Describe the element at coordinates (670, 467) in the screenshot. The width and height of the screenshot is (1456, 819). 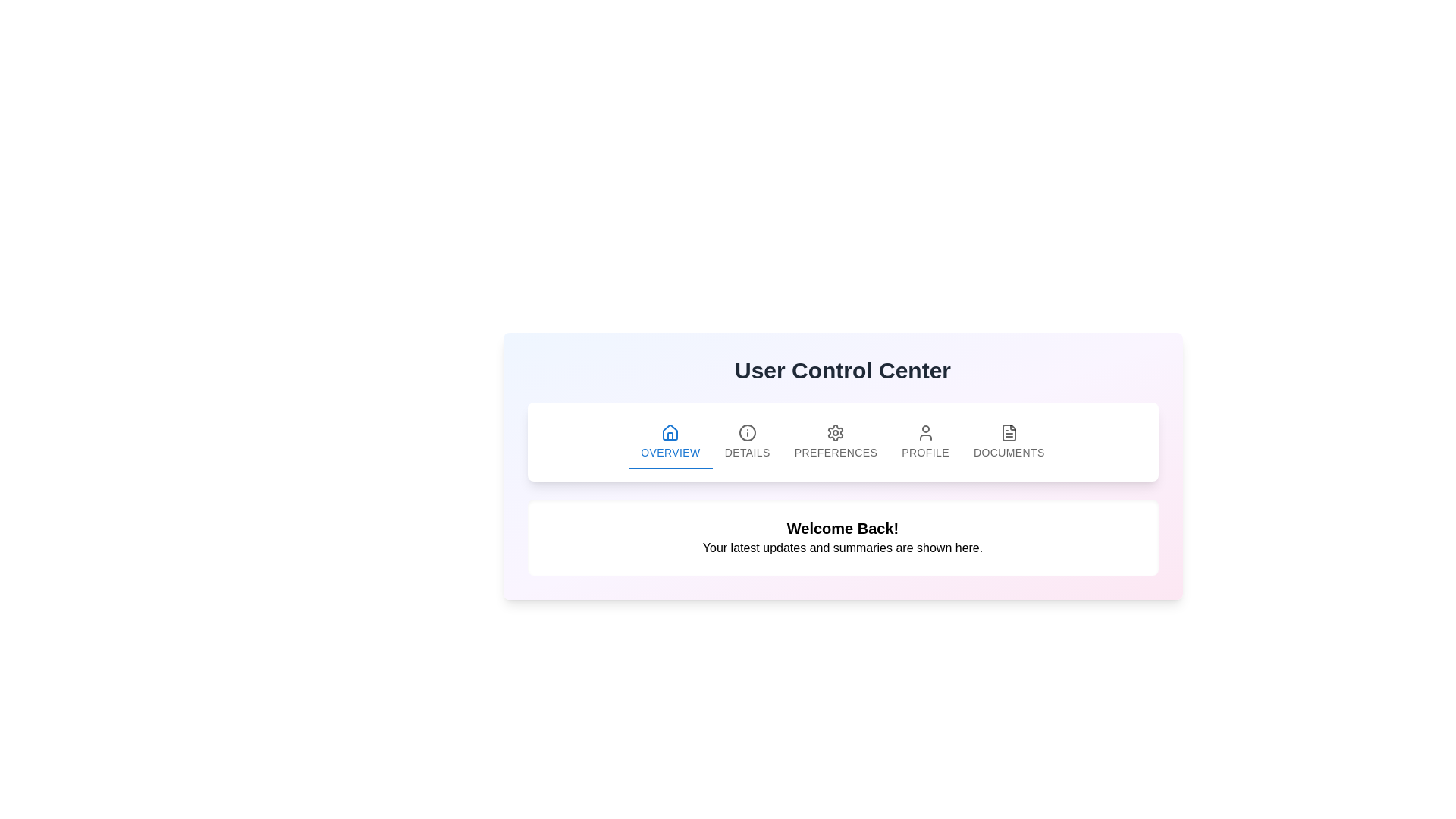
I see `the indicator that highlights the currently active tab located beneath the 'Overview' tab in the navigation bar` at that location.